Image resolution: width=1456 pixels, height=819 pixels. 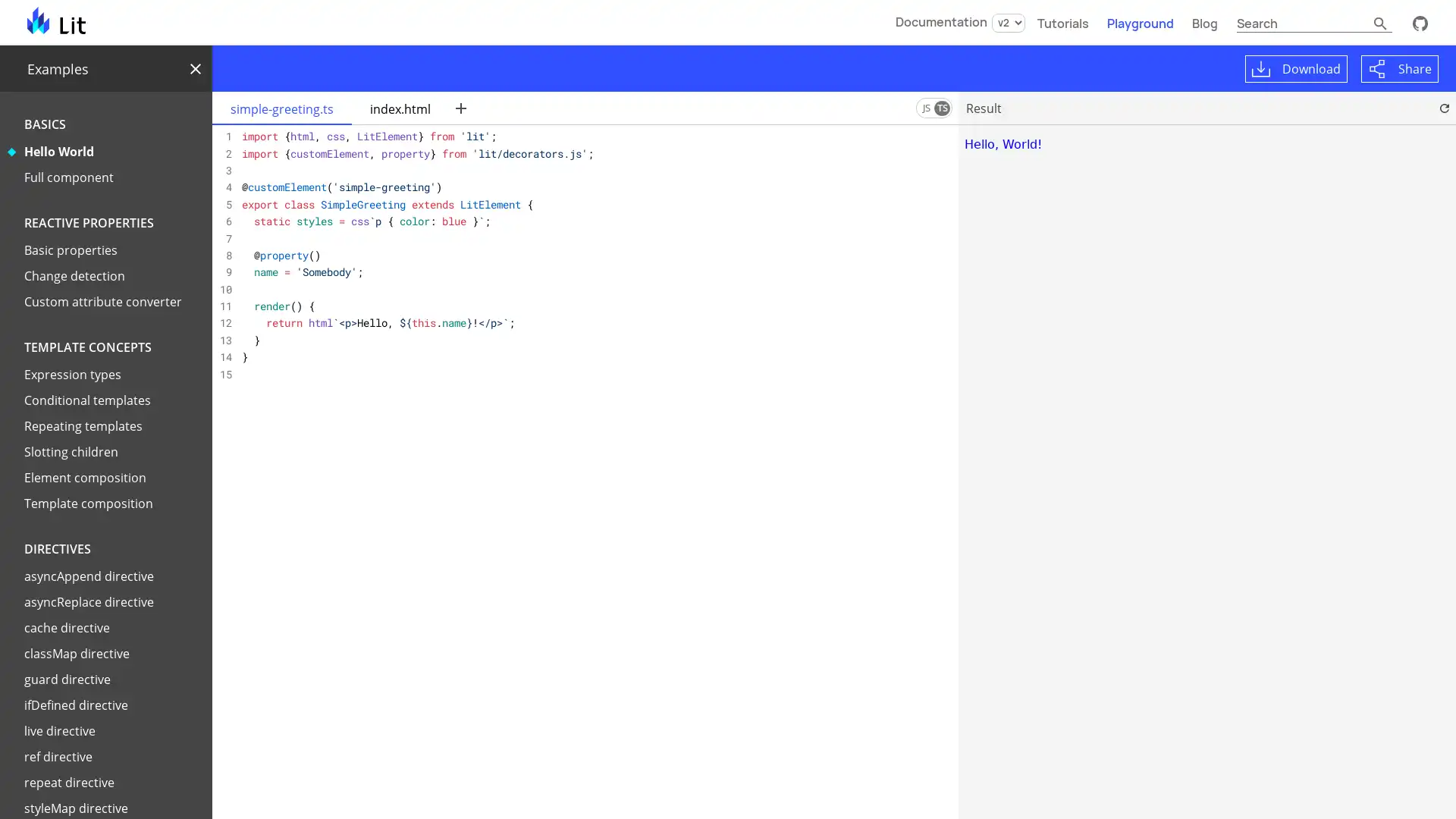 What do you see at coordinates (460, 107) in the screenshot?
I see `New file` at bounding box center [460, 107].